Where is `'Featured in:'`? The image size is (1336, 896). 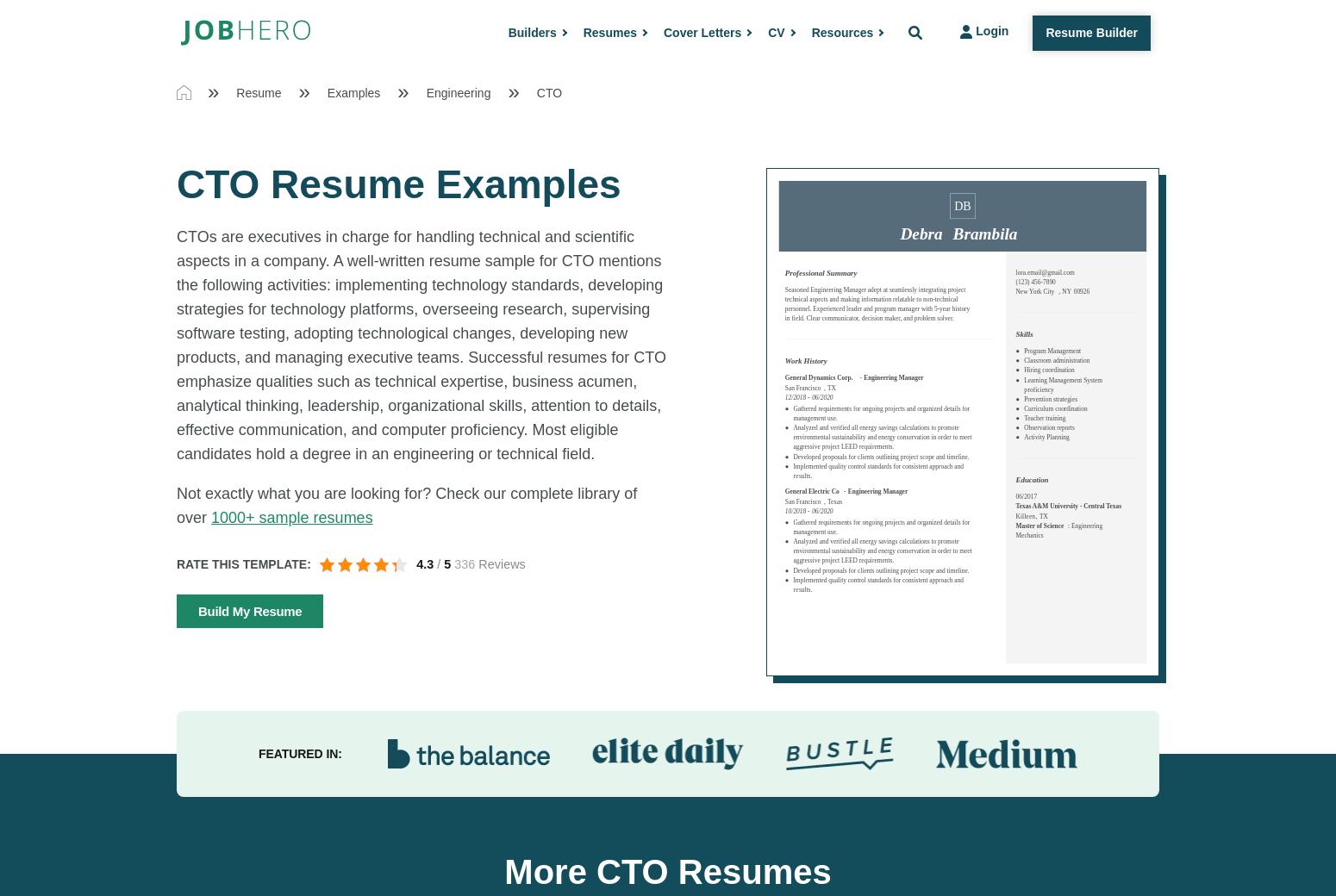
'Featured in:' is located at coordinates (298, 752).